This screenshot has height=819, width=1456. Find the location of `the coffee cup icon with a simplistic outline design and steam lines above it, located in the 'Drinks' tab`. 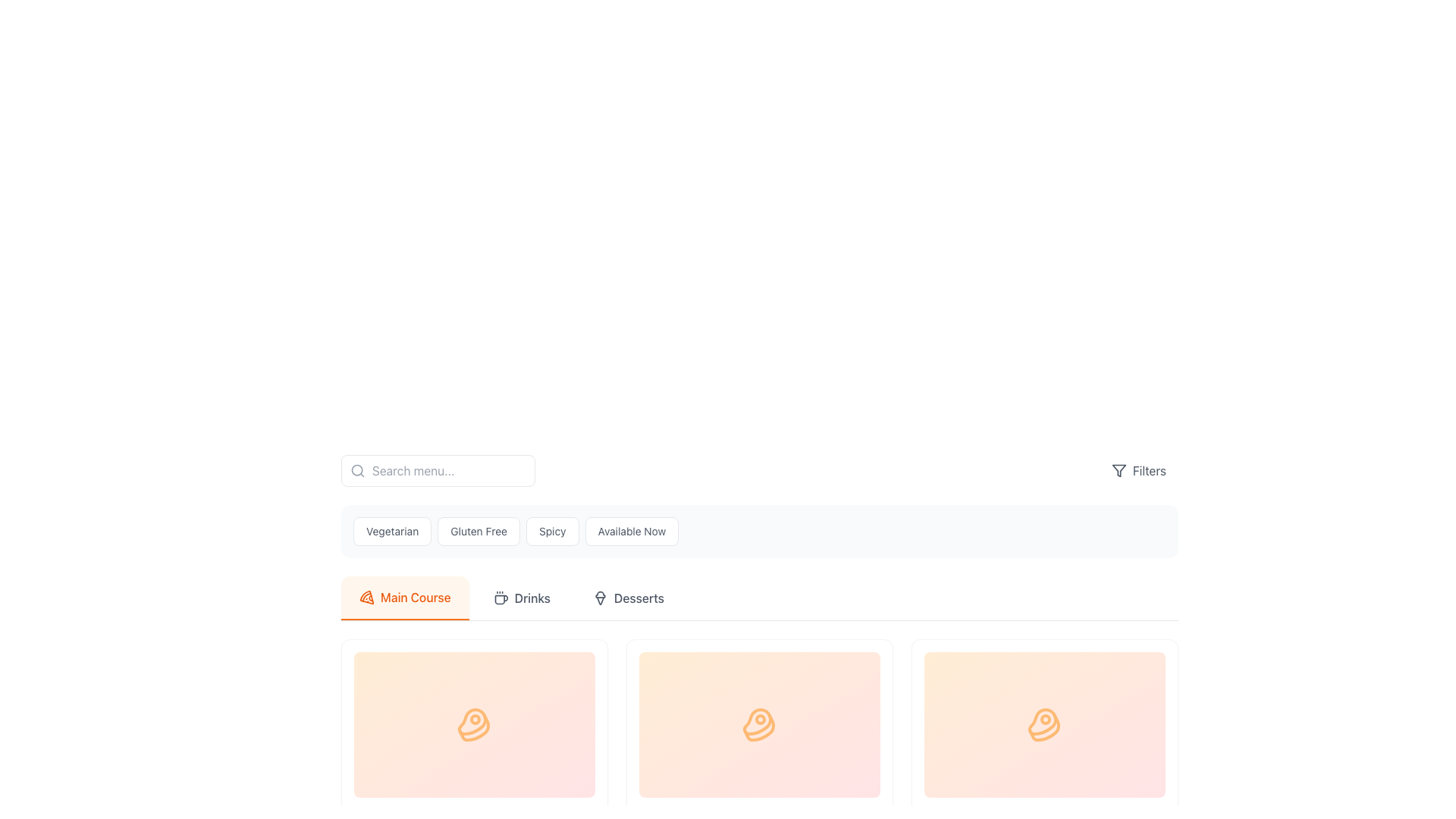

the coffee cup icon with a simplistic outline design and steam lines above it, located in the 'Drinks' tab is located at coordinates (500, 598).